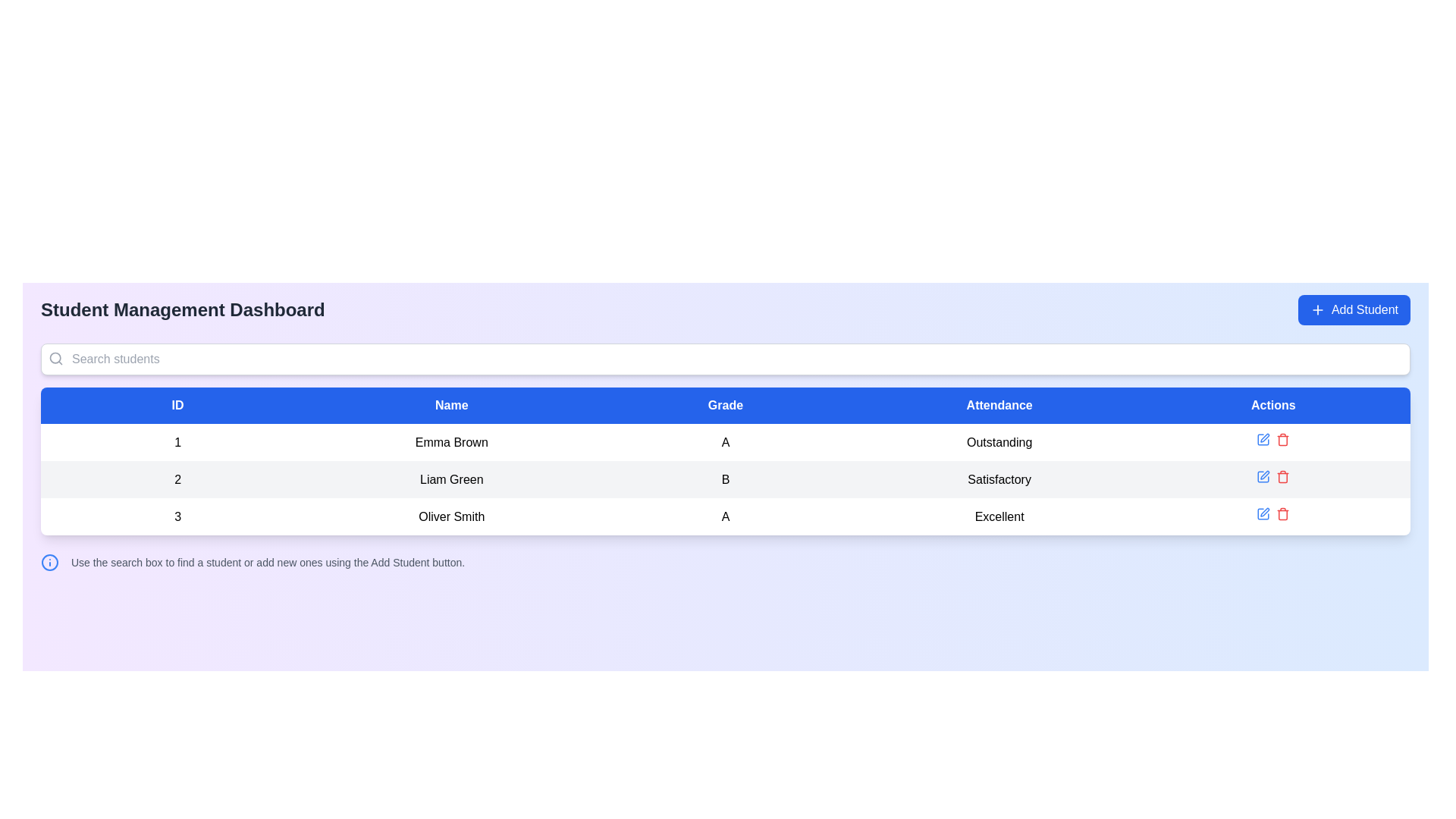  Describe the element at coordinates (1265, 474) in the screenshot. I see `the SVG edit icon (pencil icon) in the Actions column of the second row corresponding to the student named 'Liam Green'` at that location.